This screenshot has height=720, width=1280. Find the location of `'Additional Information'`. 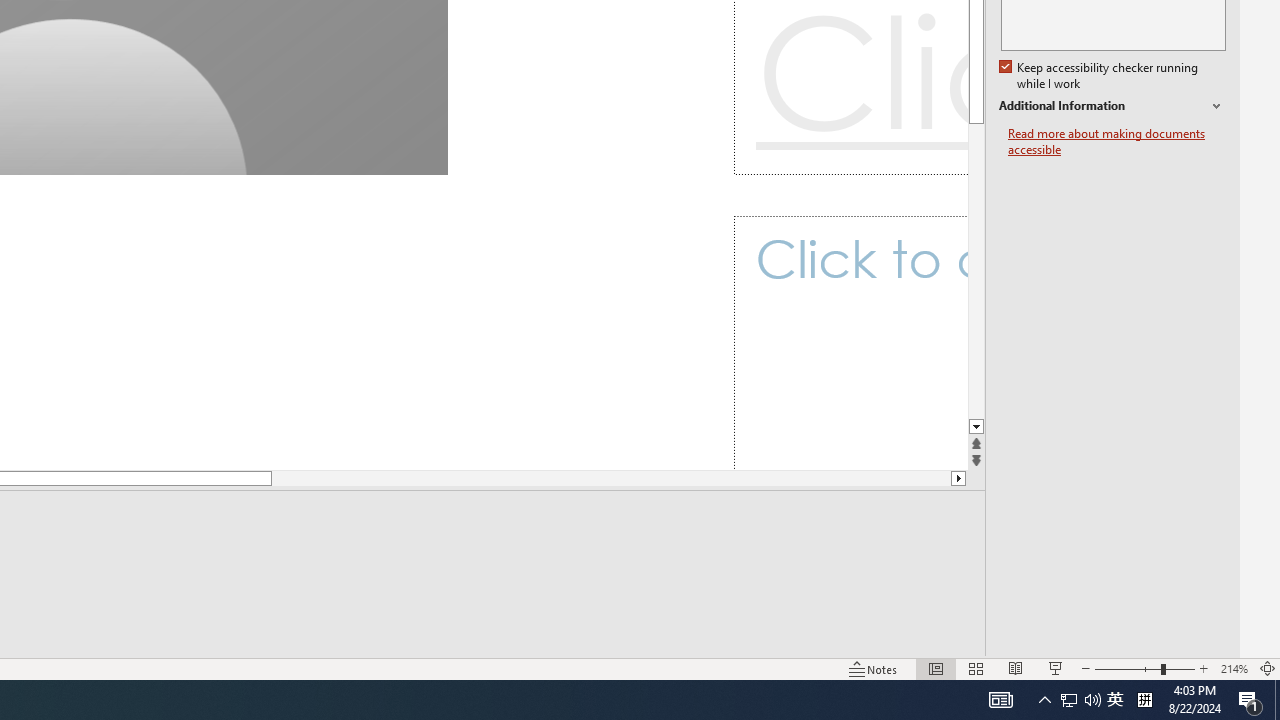

'Additional Information' is located at coordinates (1111, 106).